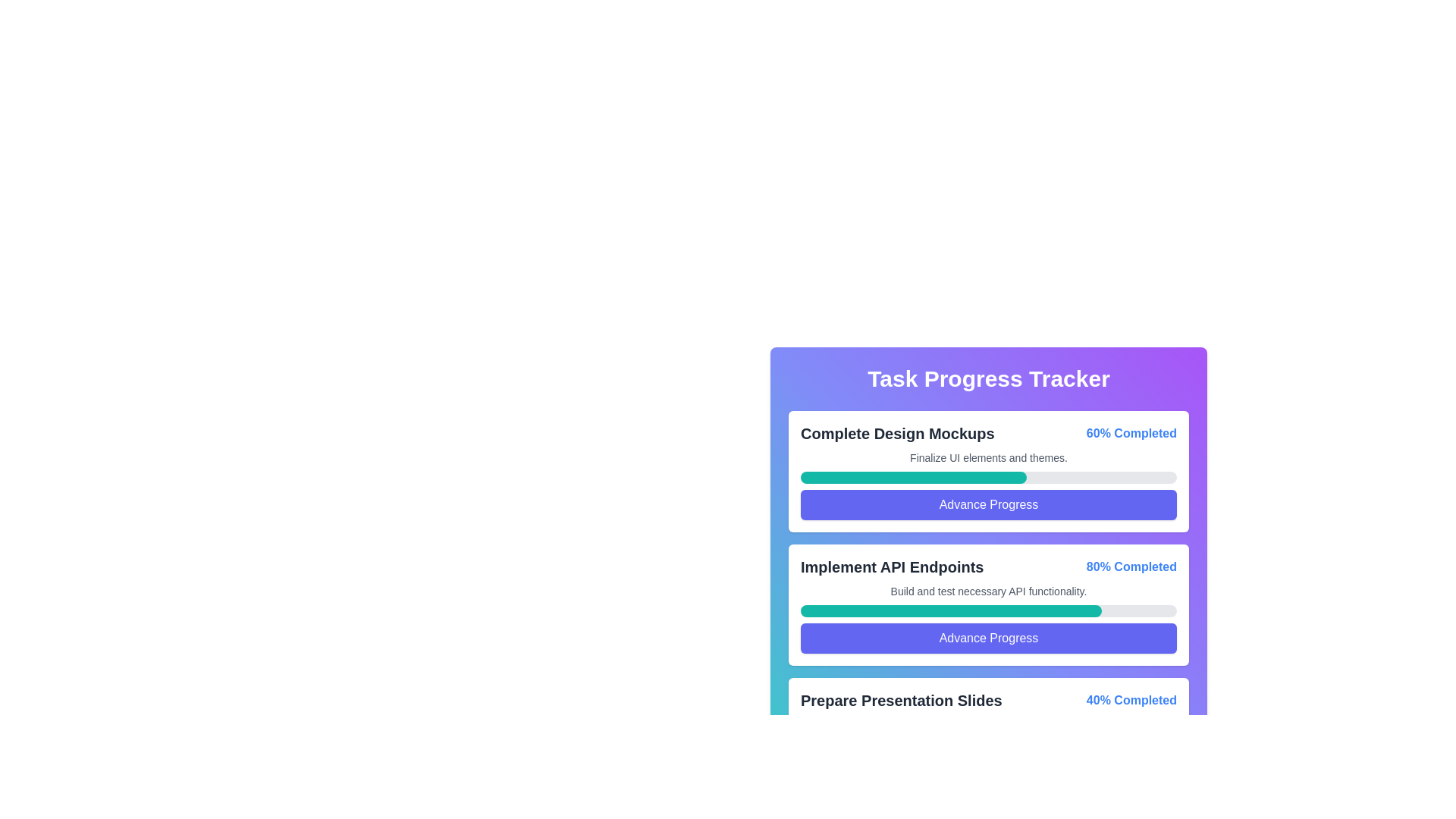 This screenshot has height=819, width=1456. I want to click on the text label that reads 'Complete Design Mockups' which is styled in bold and dark gray, located at the top-left corner of the task card, aligned with the progress percentage text, so click(897, 433).